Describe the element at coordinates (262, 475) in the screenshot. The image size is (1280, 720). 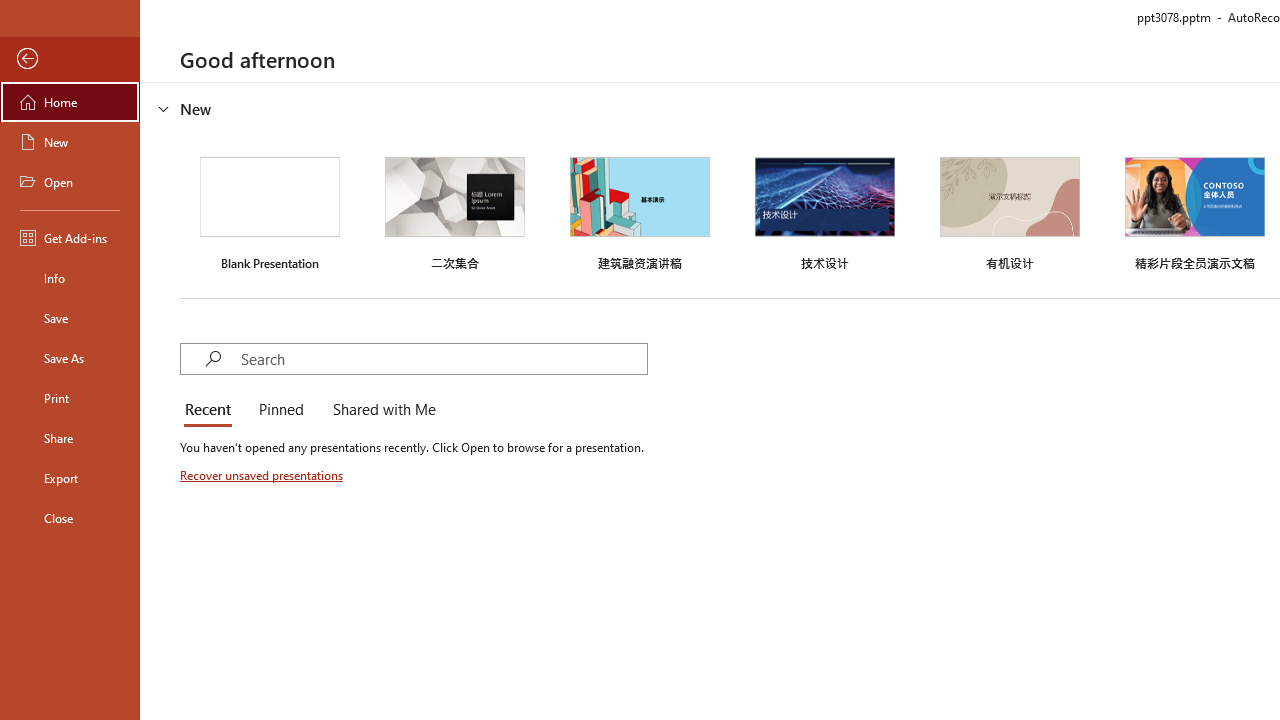
I see `'Recover unsaved presentations'` at that location.